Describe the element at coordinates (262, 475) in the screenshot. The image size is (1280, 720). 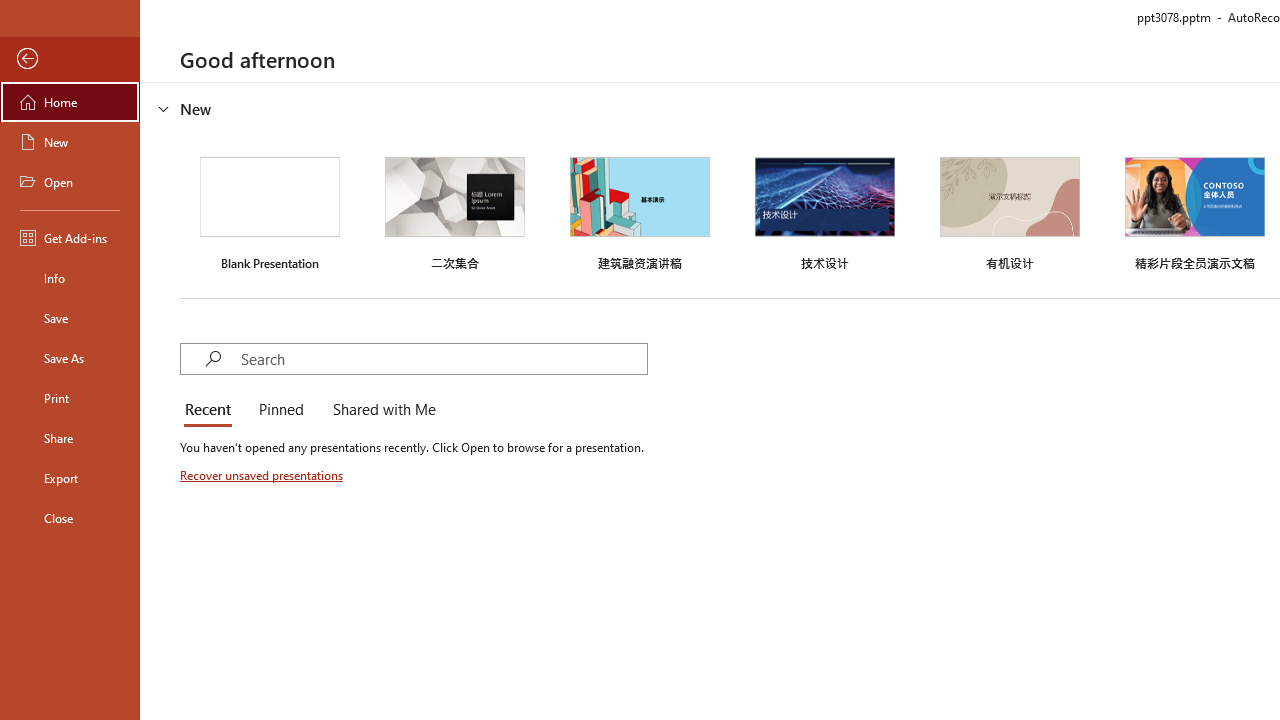
I see `'Recover unsaved presentations'` at that location.